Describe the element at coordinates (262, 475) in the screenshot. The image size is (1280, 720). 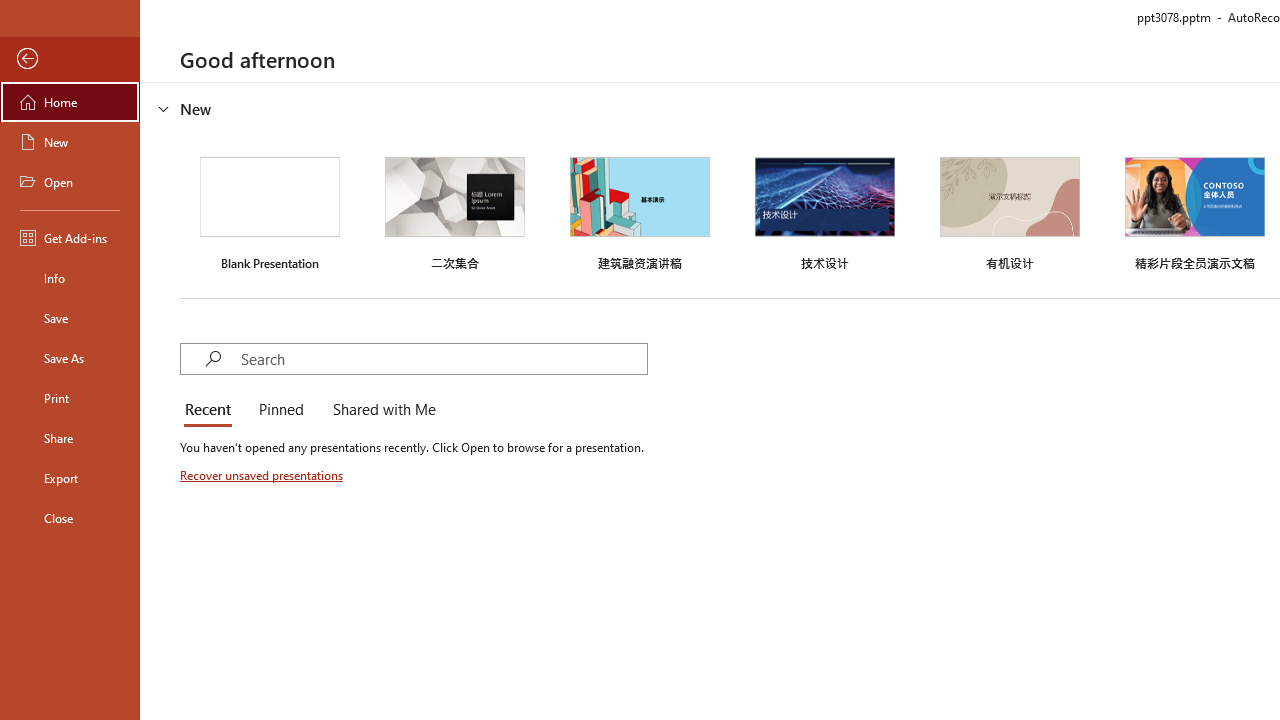
I see `'Recover unsaved presentations'` at that location.